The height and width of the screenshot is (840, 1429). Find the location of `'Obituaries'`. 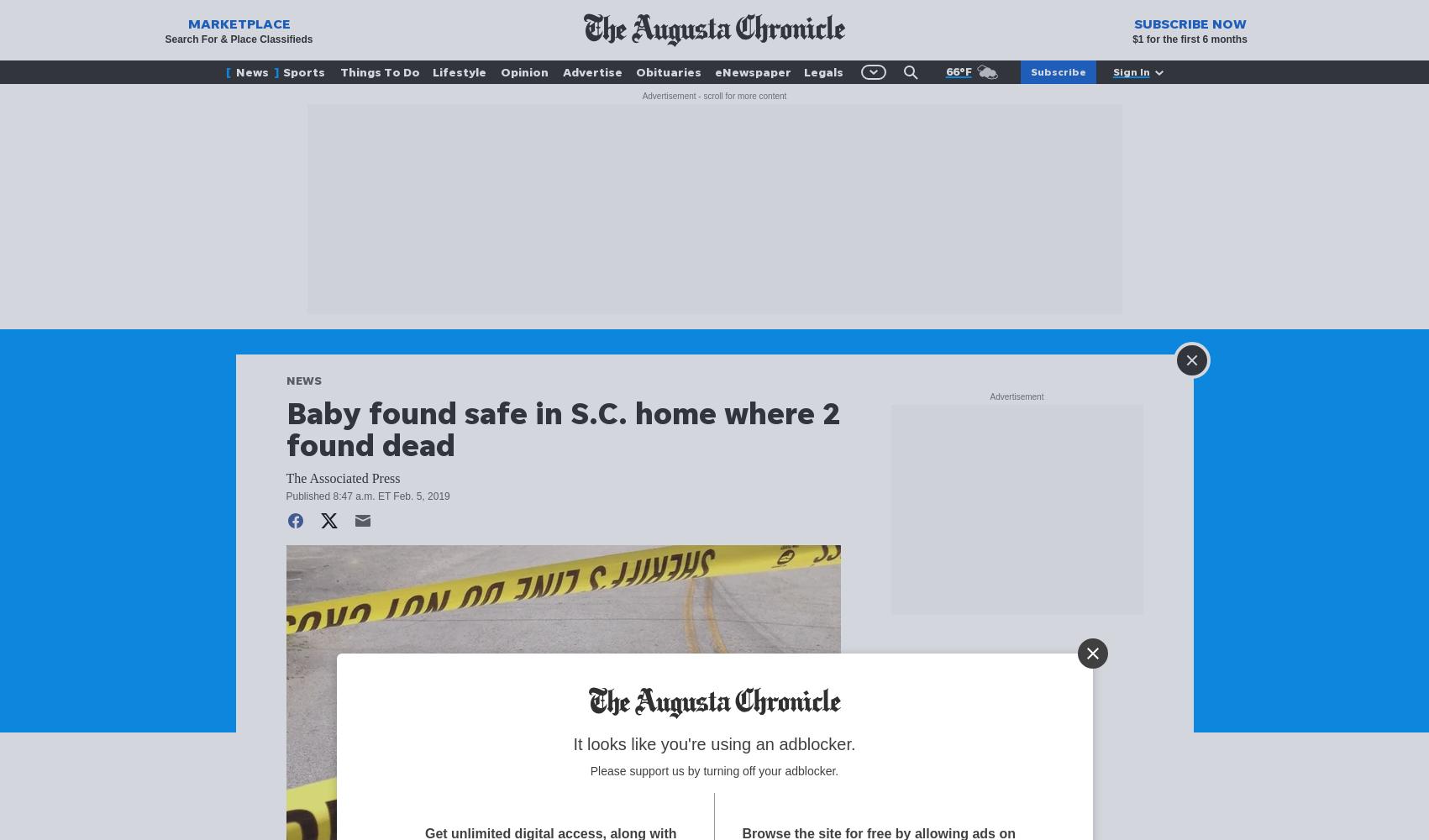

'Obituaries' is located at coordinates (668, 71).